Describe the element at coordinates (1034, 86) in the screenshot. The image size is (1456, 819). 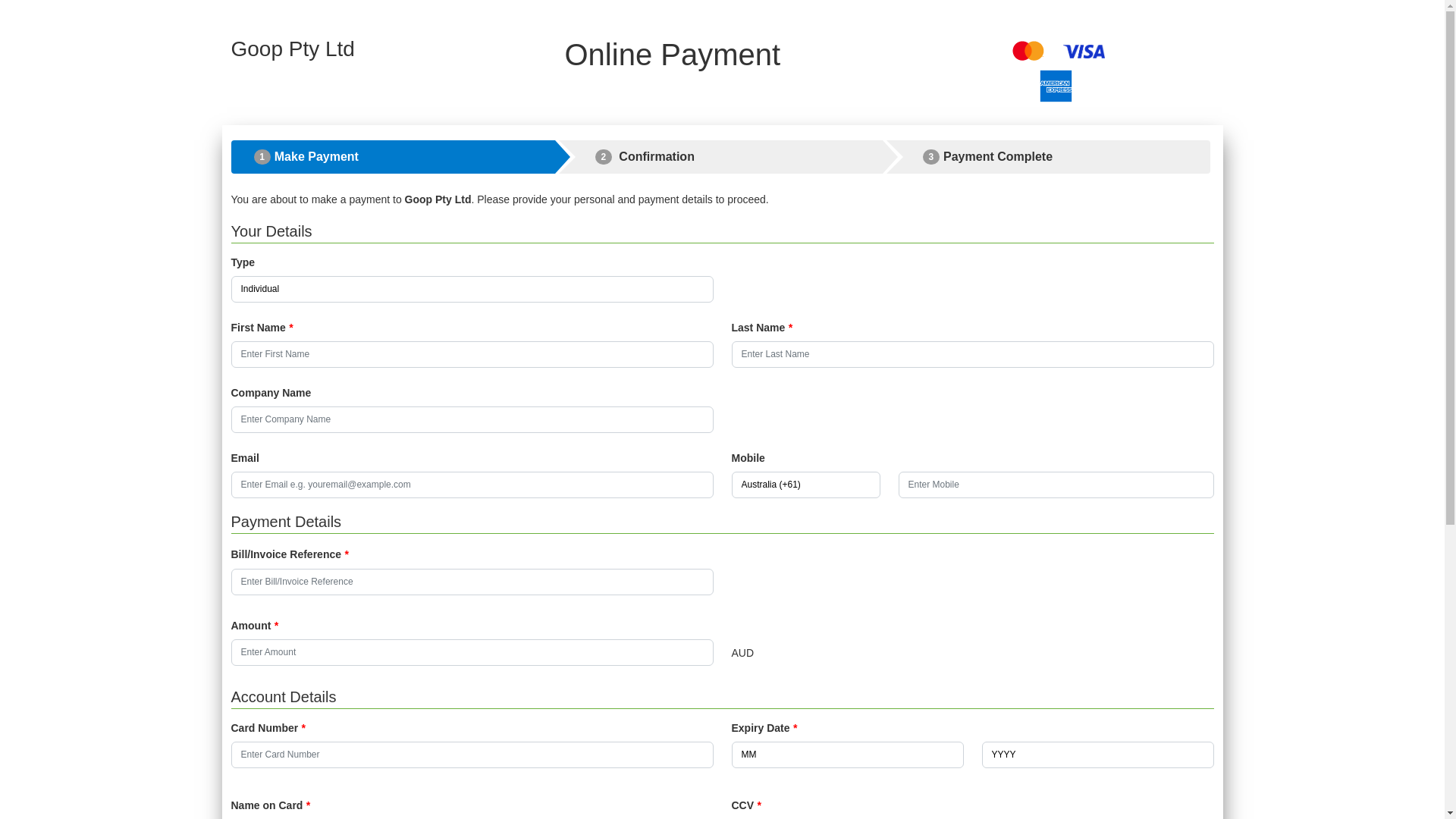
I see `'Amex American'` at that location.